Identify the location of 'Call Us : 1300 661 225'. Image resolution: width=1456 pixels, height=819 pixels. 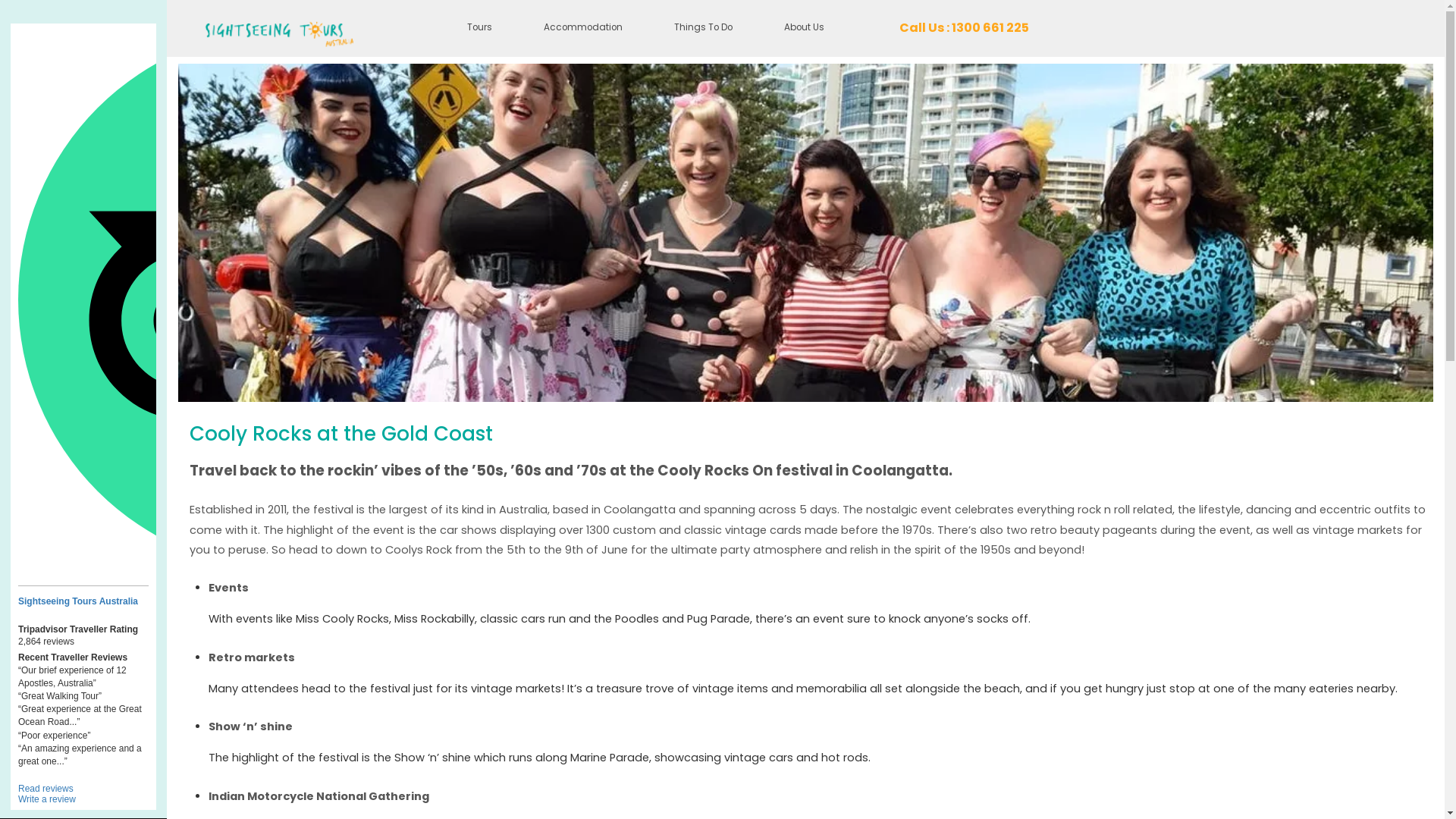
(963, 28).